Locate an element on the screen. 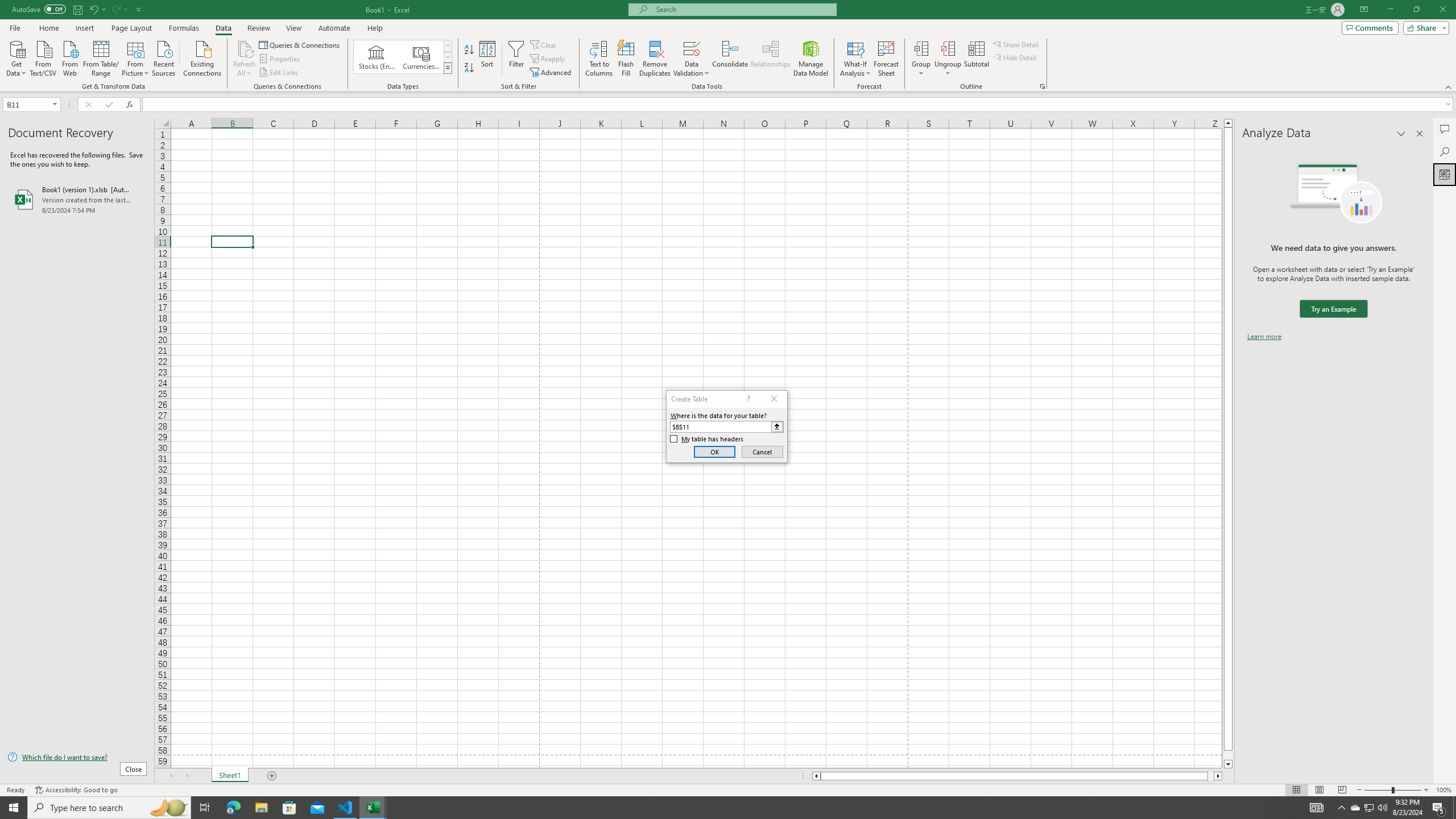 Image resolution: width=1456 pixels, height=819 pixels. 'AutoSave' is located at coordinates (39, 9).